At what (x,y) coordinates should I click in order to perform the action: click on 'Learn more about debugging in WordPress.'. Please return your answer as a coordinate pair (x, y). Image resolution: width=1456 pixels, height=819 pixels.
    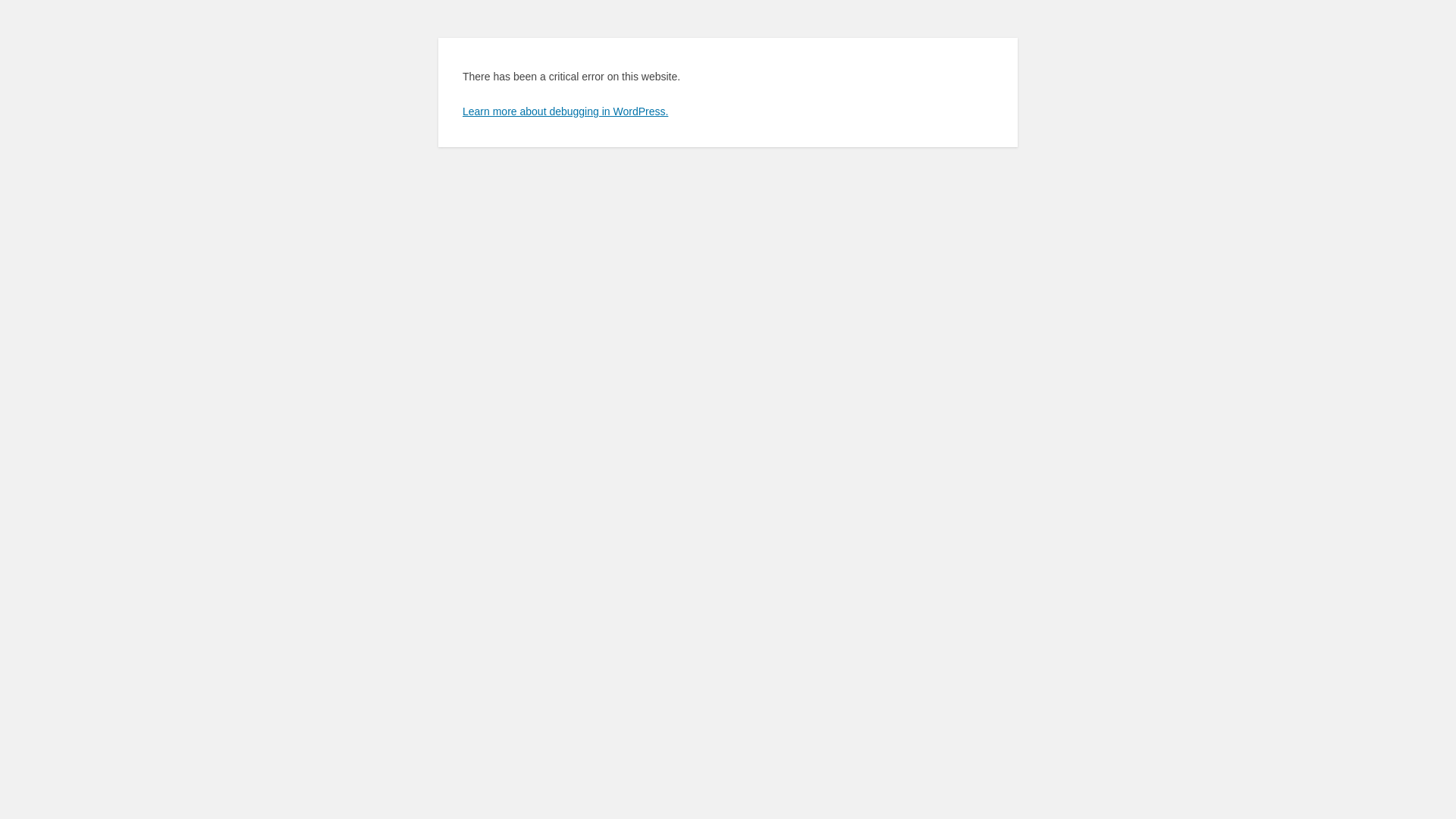
    Looking at the image, I should click on (564, 110).